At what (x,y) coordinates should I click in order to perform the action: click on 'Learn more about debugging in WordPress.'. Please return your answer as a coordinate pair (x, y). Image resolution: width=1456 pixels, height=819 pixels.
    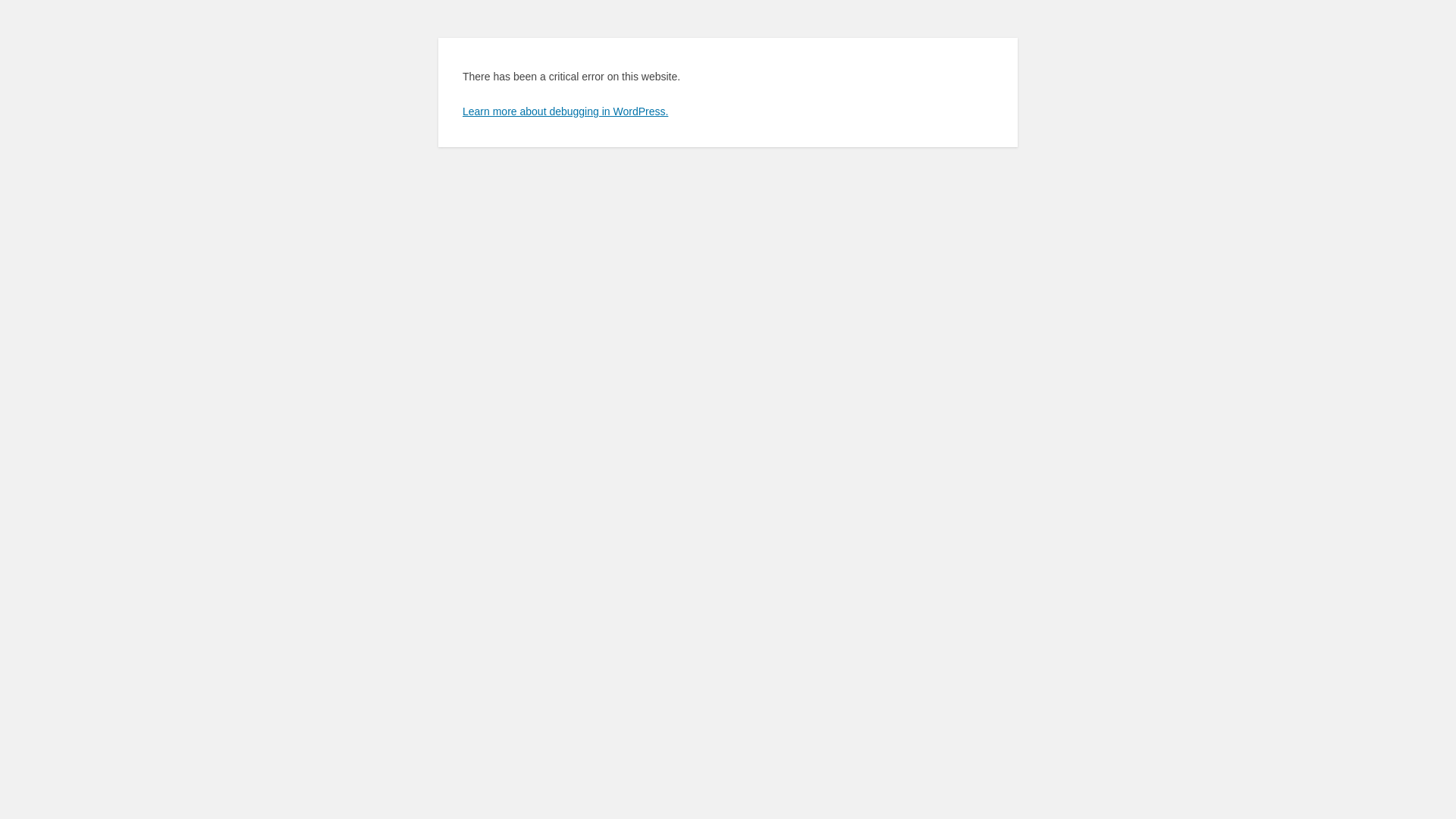
    Looking at the image, I should click on (564, 110).